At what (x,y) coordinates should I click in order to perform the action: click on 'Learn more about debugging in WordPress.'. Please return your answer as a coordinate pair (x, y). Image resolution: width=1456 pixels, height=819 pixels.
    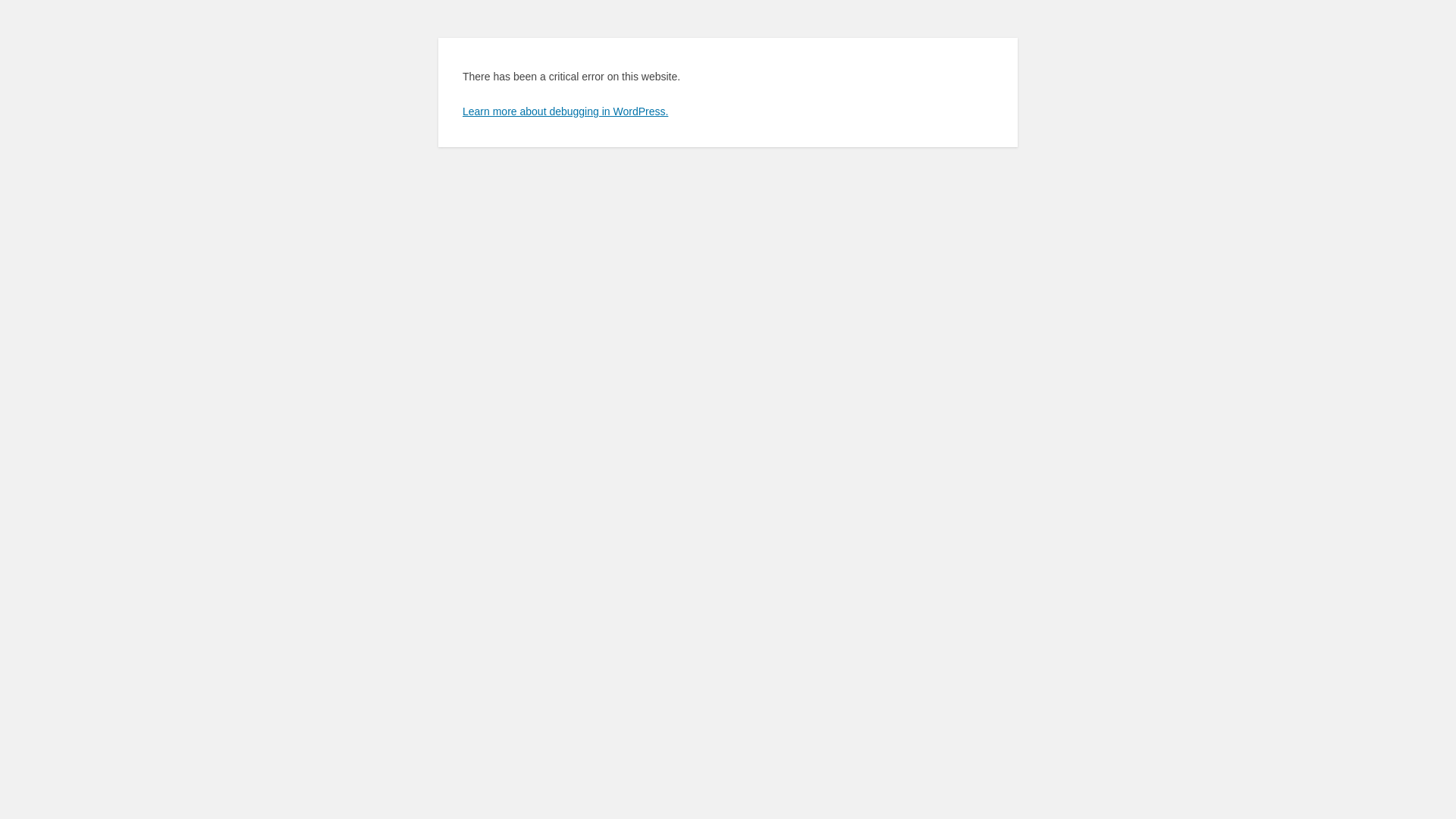
    Looking at the image, I should click on (564, 110).